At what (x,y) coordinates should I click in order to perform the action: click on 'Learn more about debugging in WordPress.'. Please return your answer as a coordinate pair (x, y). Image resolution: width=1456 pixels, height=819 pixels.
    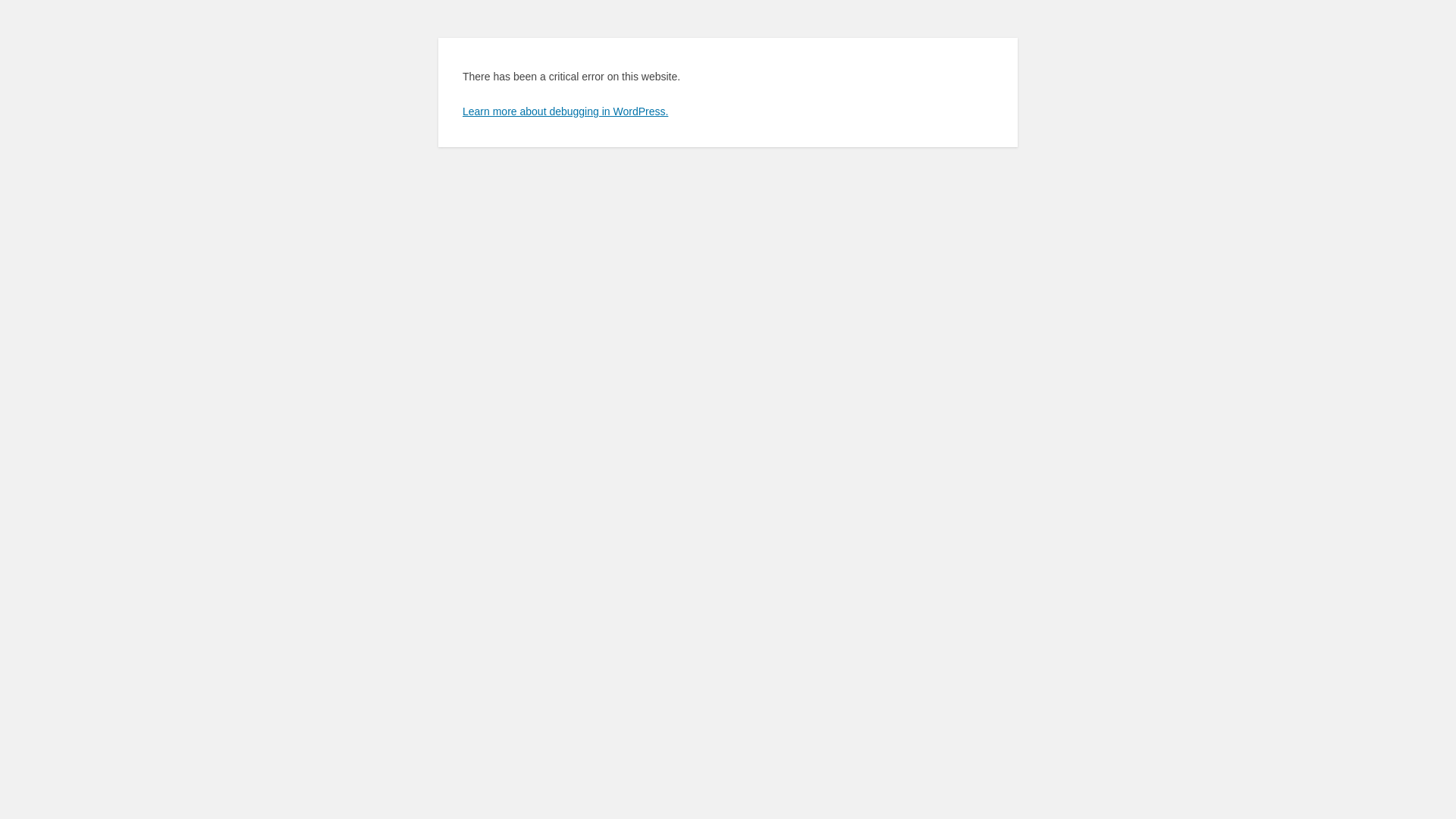
    Looking at the image, I should click on (564, 110).